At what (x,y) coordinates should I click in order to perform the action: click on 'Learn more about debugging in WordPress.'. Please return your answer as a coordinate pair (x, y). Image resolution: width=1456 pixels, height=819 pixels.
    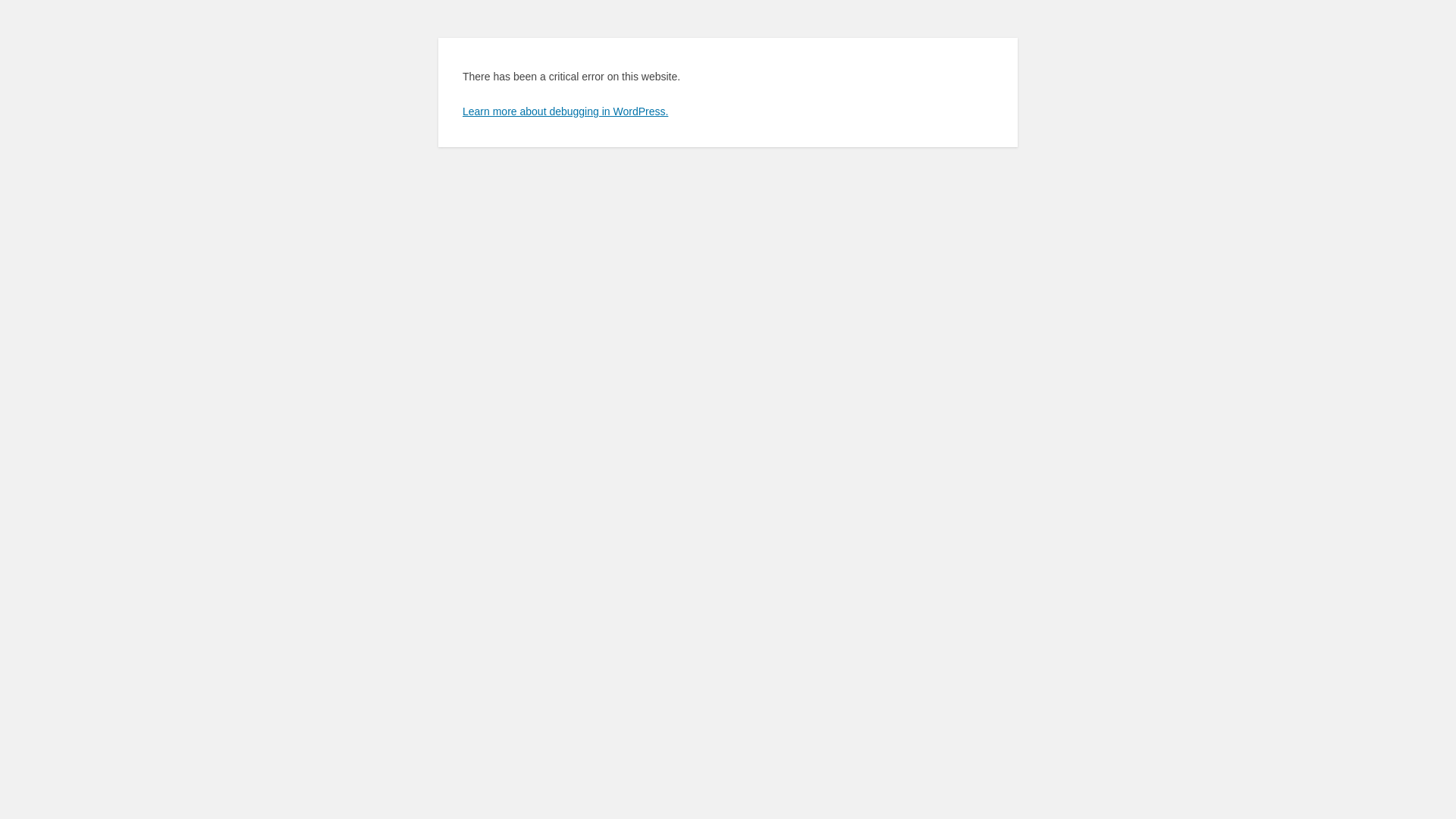
    Looking at the image, I should click on (564, 110).